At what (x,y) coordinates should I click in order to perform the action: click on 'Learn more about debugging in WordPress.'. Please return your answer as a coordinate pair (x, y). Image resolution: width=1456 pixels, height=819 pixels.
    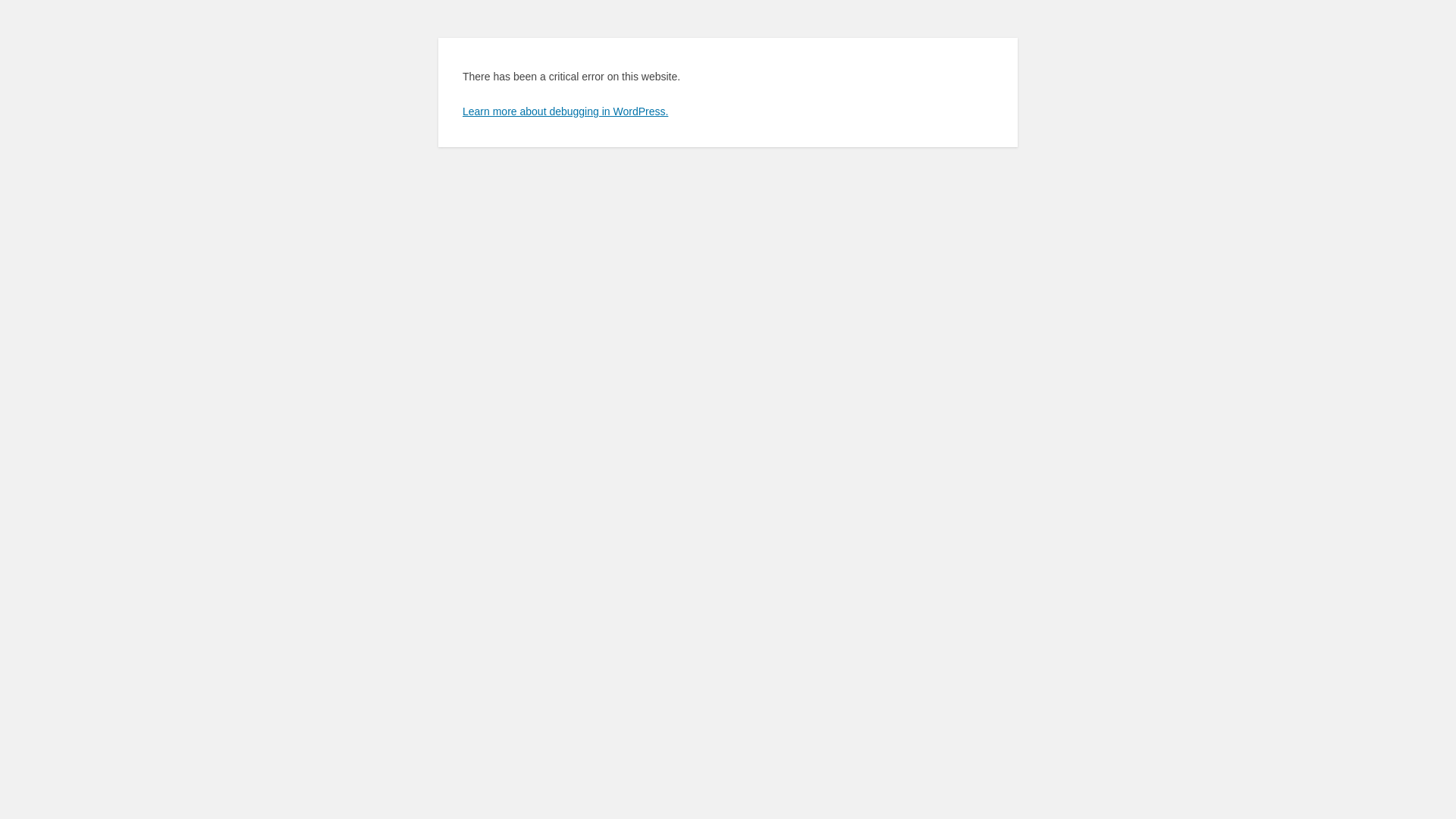
    Looking at the image, I should click on (564, 110).